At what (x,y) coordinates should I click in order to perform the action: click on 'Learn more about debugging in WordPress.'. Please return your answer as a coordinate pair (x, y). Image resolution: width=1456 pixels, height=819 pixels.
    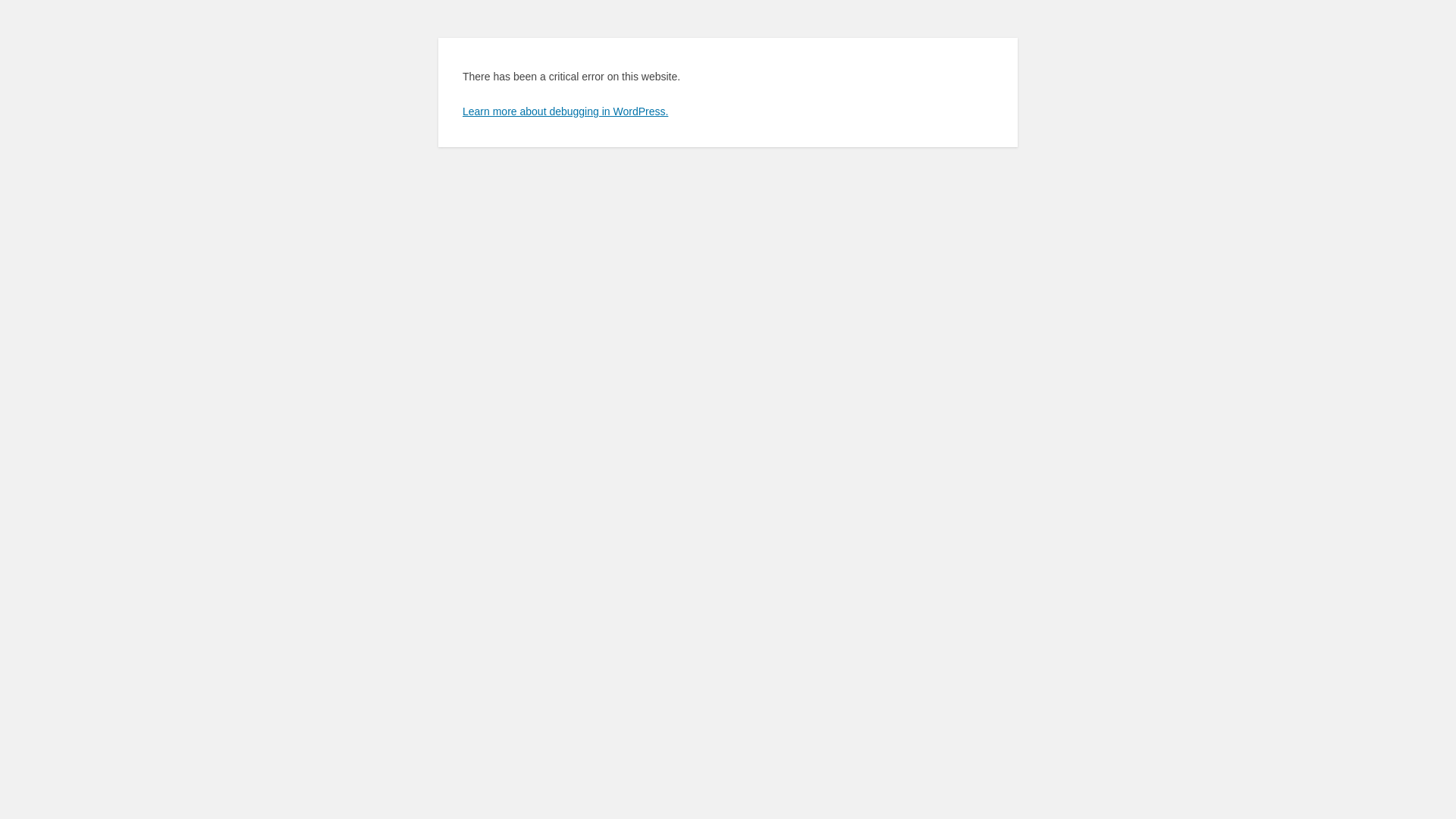
    Looking at the image, I should click on (564, 110).